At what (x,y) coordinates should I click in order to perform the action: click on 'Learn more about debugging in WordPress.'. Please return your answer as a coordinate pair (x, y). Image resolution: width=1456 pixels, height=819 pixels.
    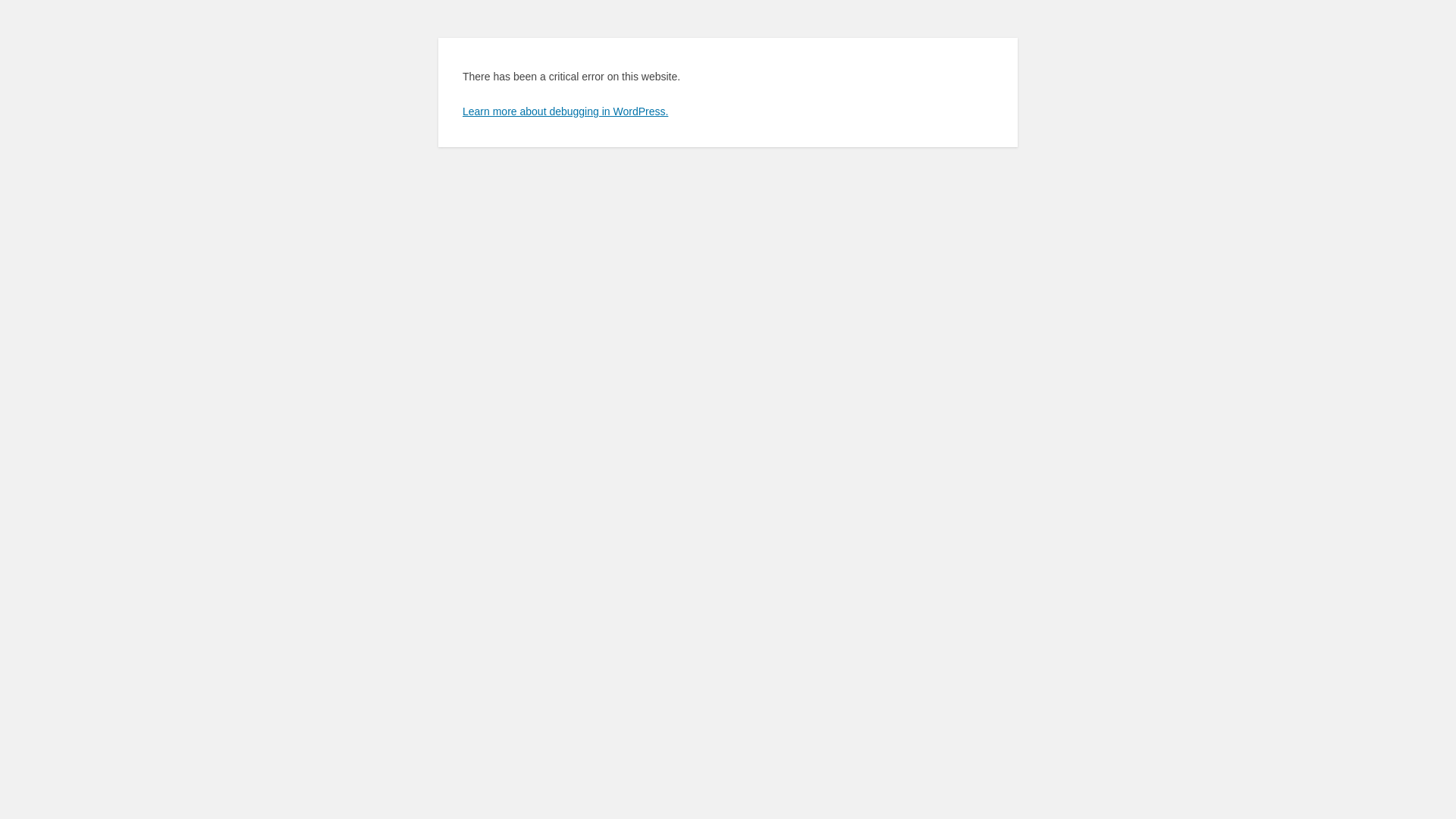
    Looking at the image, I should click on (564, 110).